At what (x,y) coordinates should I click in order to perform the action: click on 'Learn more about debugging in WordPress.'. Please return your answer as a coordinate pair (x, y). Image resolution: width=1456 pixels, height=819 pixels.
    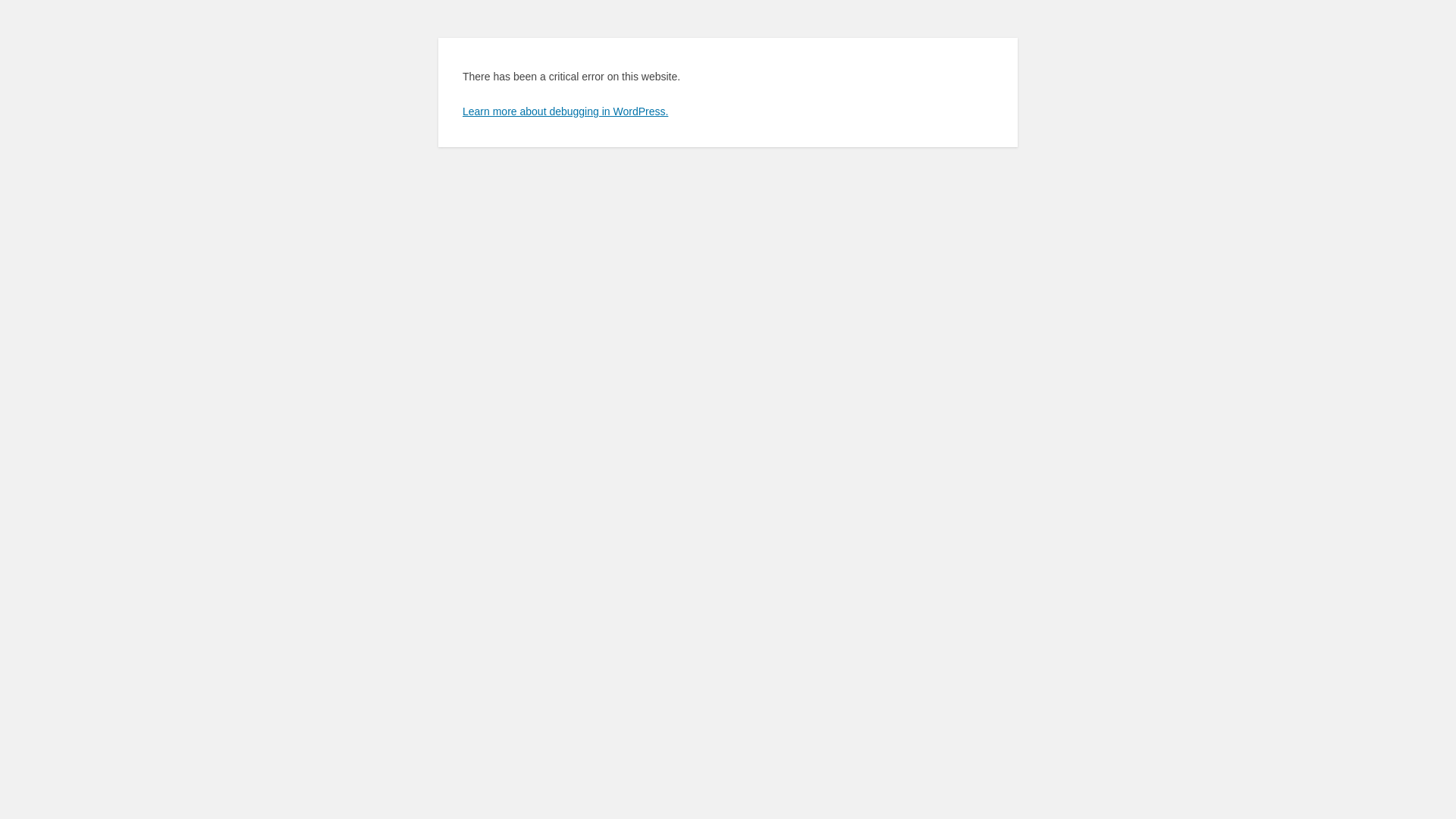
    Looking at the image, I should click on (564, 110).